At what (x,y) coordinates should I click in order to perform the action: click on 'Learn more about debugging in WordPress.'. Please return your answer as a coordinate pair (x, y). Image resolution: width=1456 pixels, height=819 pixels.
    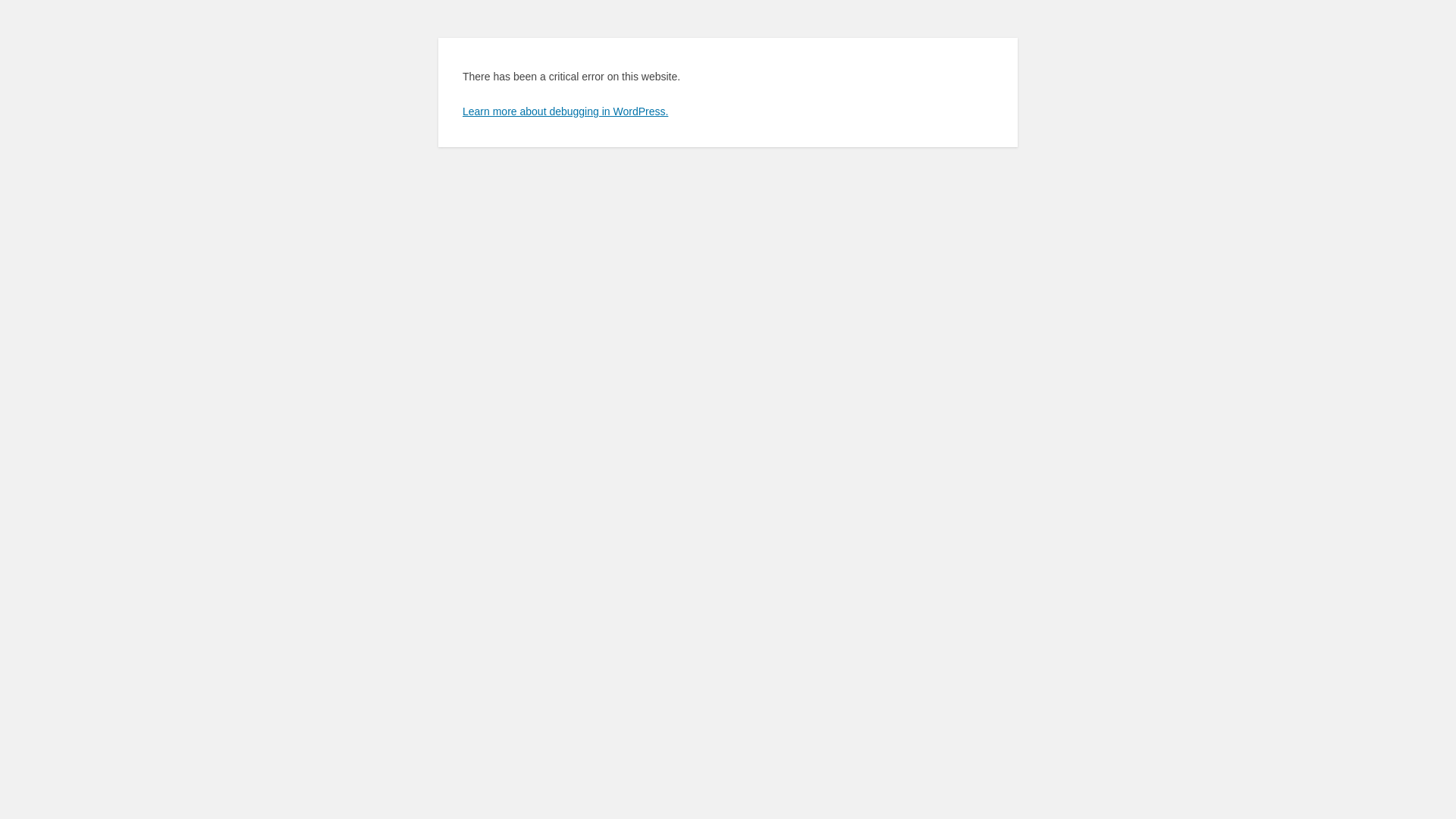
    Looking at the image, I should click on (564, 110).